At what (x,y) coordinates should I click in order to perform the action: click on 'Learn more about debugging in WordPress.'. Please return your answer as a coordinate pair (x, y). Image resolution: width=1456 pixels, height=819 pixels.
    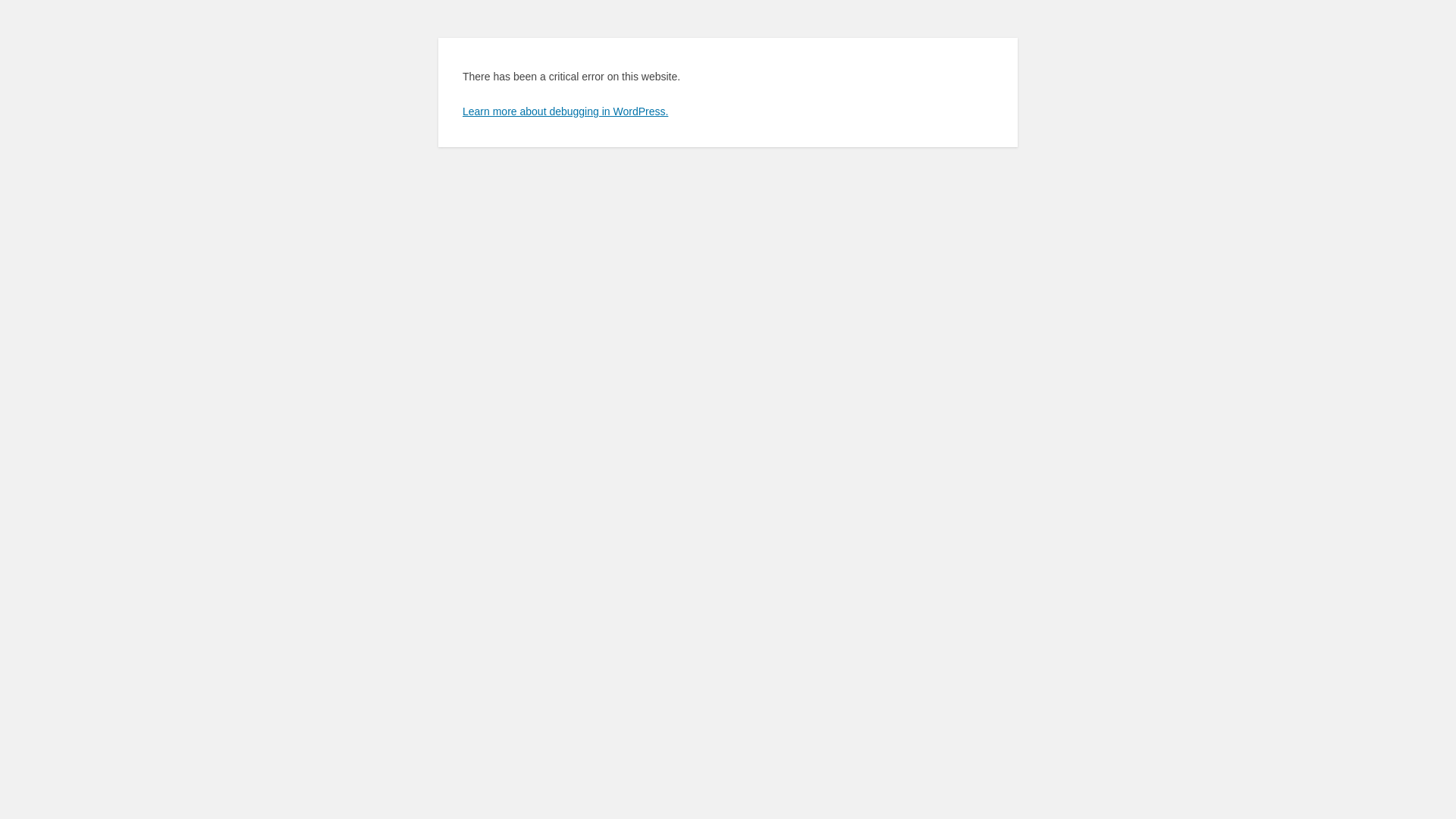
    Looking at the image, I should click on (564, 110).